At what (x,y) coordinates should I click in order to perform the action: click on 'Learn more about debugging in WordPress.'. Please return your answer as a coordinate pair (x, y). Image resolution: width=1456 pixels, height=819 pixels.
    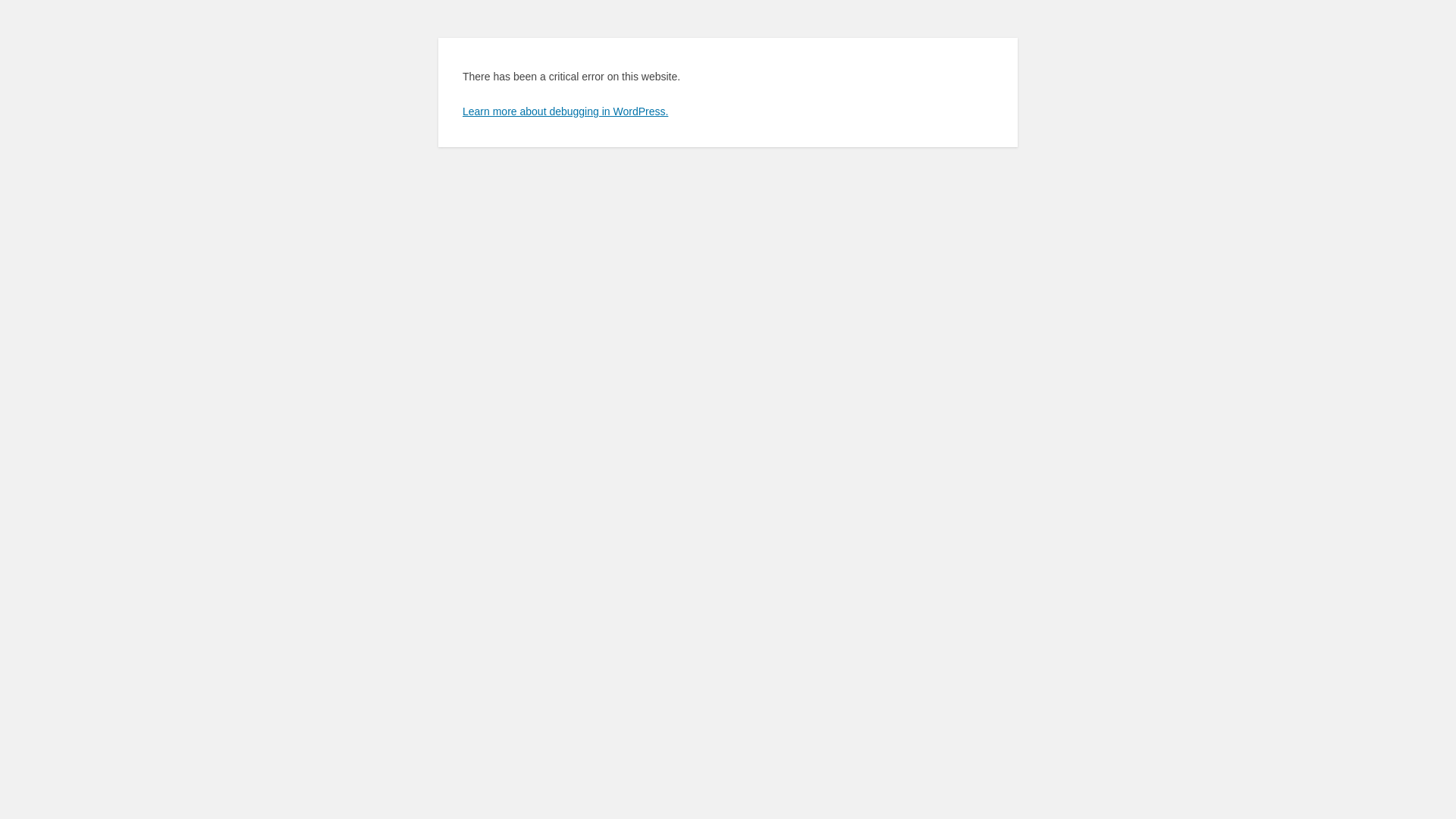
    Looking at the image, I should click on (564, 110).